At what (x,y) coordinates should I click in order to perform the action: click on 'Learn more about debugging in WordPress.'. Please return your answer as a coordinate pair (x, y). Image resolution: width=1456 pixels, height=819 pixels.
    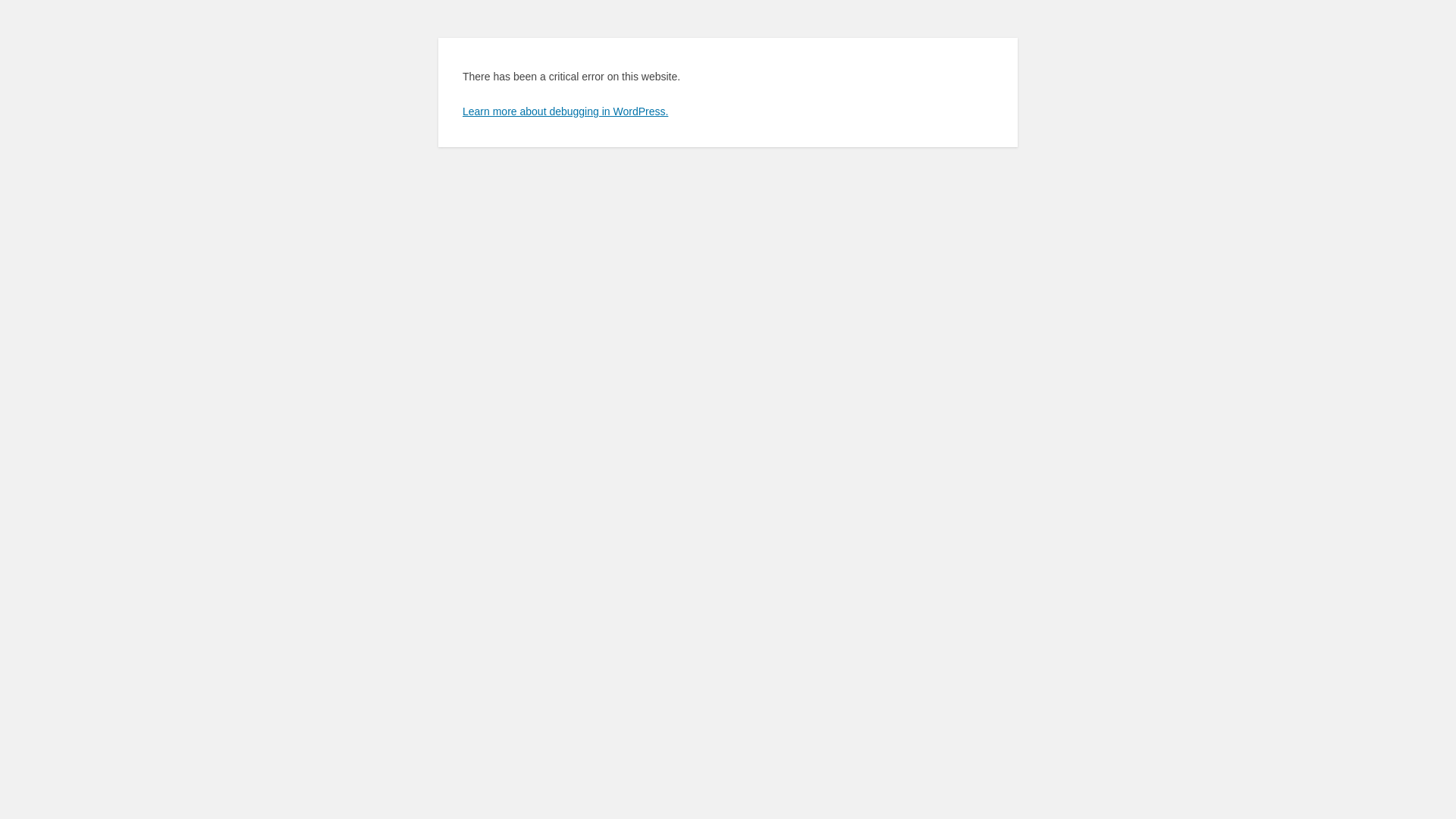
    Looking at the image, I should click on (564, 110).